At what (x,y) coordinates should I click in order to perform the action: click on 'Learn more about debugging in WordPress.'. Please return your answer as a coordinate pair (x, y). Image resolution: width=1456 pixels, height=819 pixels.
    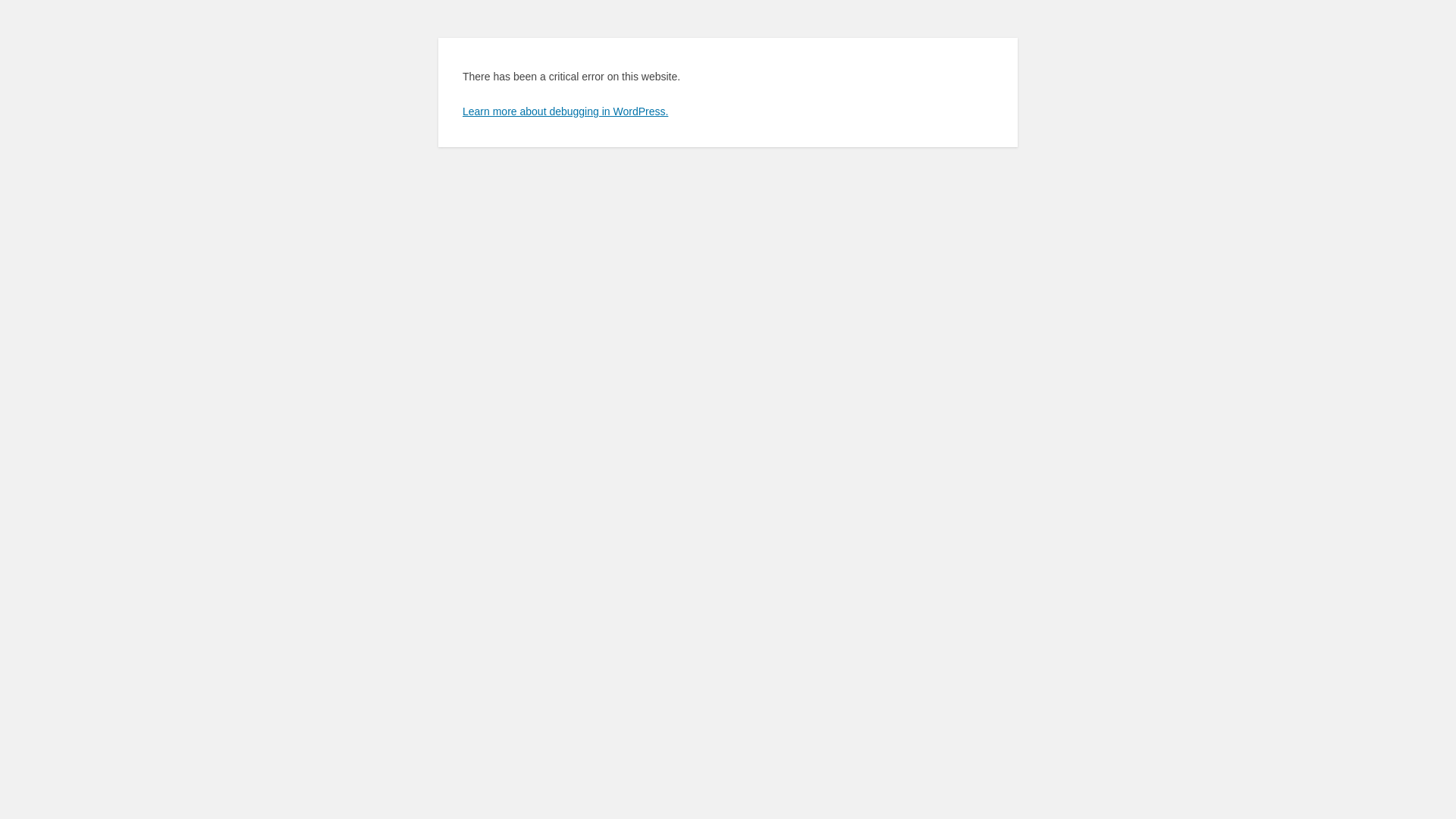
    Looking at the image, I should click on (564, 110).